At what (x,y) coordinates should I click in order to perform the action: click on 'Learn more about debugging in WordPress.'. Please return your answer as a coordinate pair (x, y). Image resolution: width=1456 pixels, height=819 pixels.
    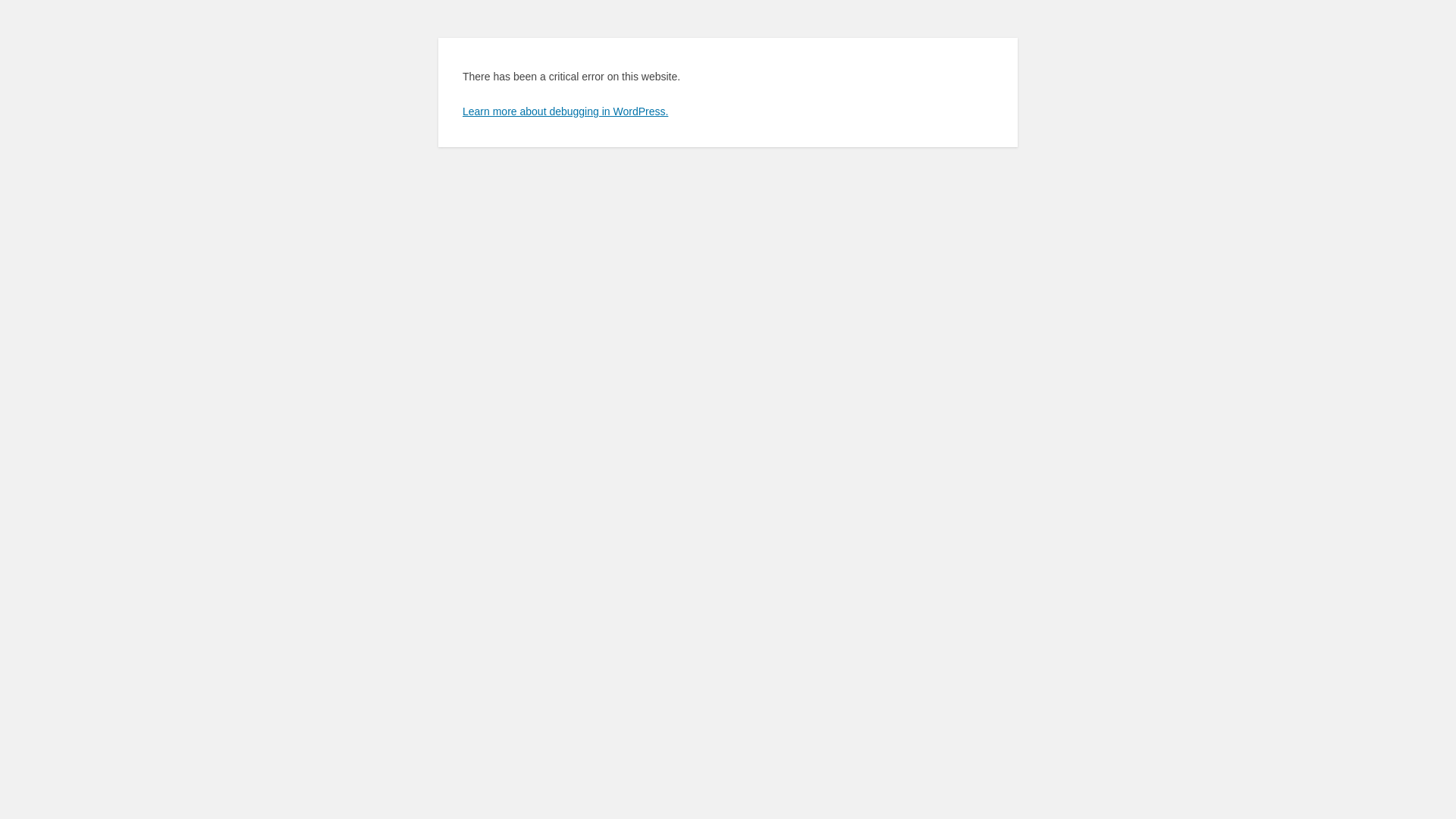
    Looking at the image, I should click on (564, 110).